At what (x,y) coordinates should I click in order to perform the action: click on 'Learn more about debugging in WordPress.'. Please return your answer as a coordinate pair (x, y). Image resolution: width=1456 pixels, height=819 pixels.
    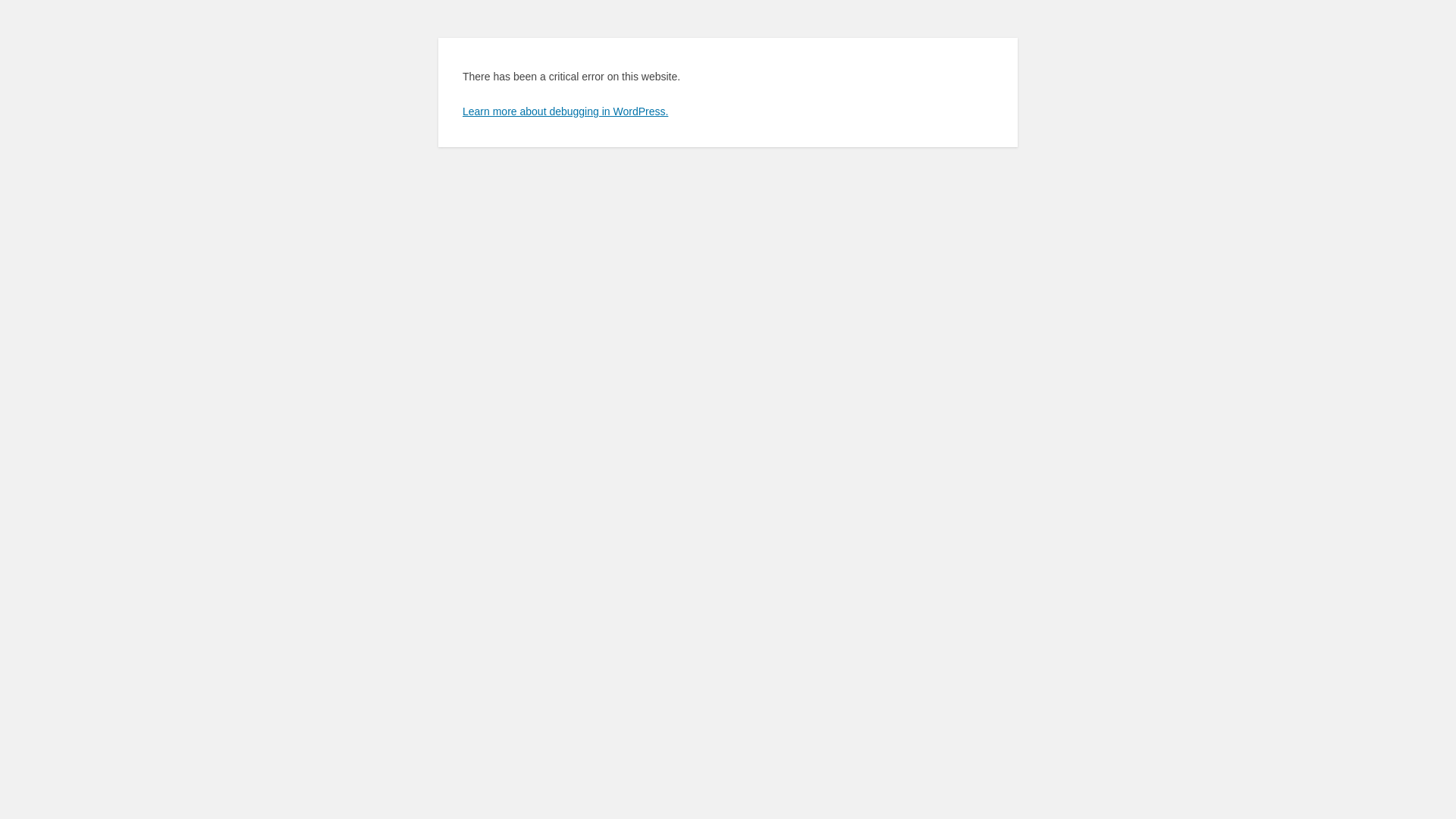
    Looking at the image, I should click on (564, 110).